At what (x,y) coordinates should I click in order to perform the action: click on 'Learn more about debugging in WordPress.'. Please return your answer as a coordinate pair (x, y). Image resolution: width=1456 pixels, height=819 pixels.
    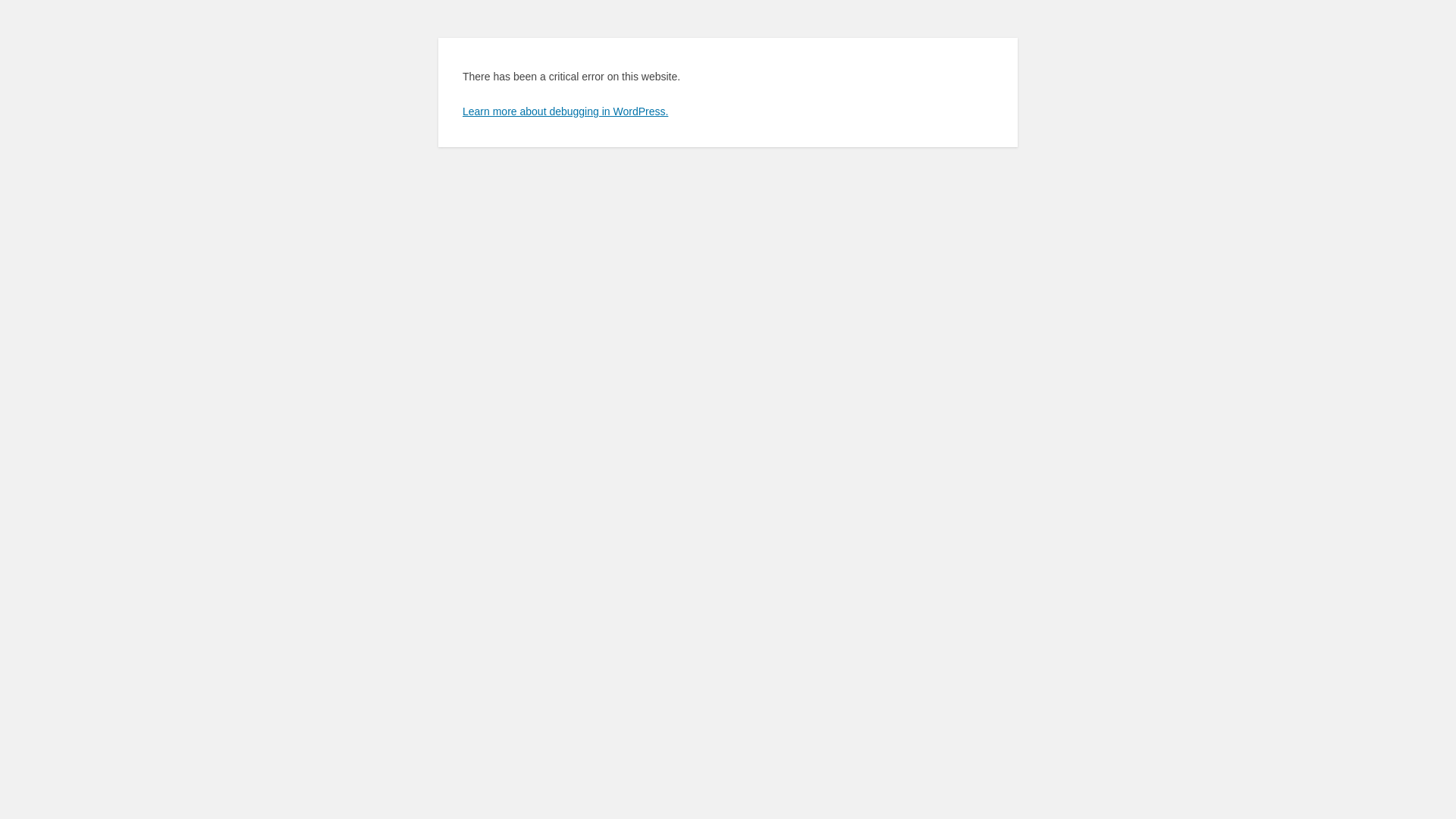
    Looking at the image, I should click on (564, 110).